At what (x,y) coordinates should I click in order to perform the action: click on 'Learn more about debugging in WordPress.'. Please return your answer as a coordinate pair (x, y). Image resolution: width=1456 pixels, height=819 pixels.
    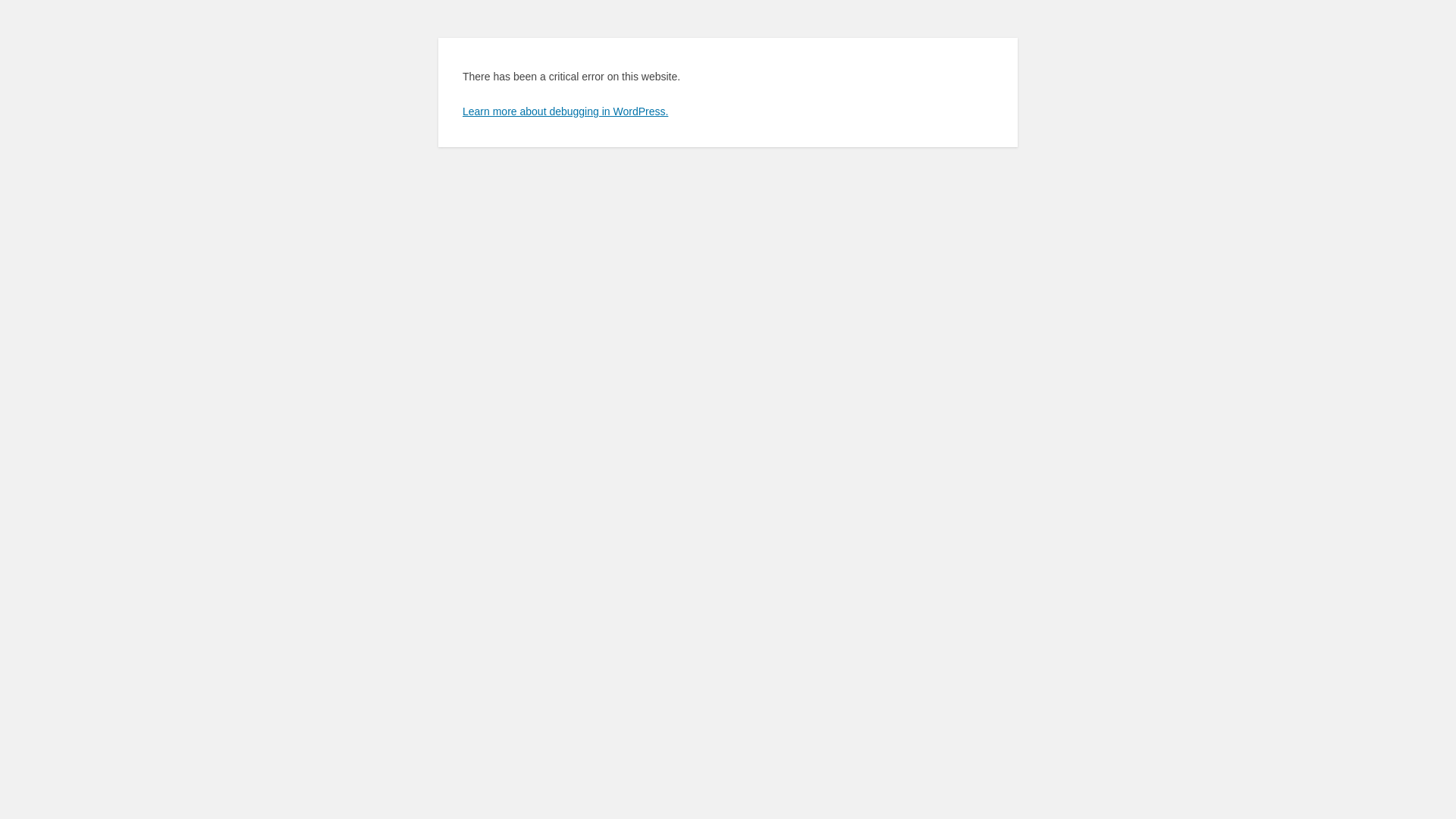
    Looking at the image, I should click on (564, 110).